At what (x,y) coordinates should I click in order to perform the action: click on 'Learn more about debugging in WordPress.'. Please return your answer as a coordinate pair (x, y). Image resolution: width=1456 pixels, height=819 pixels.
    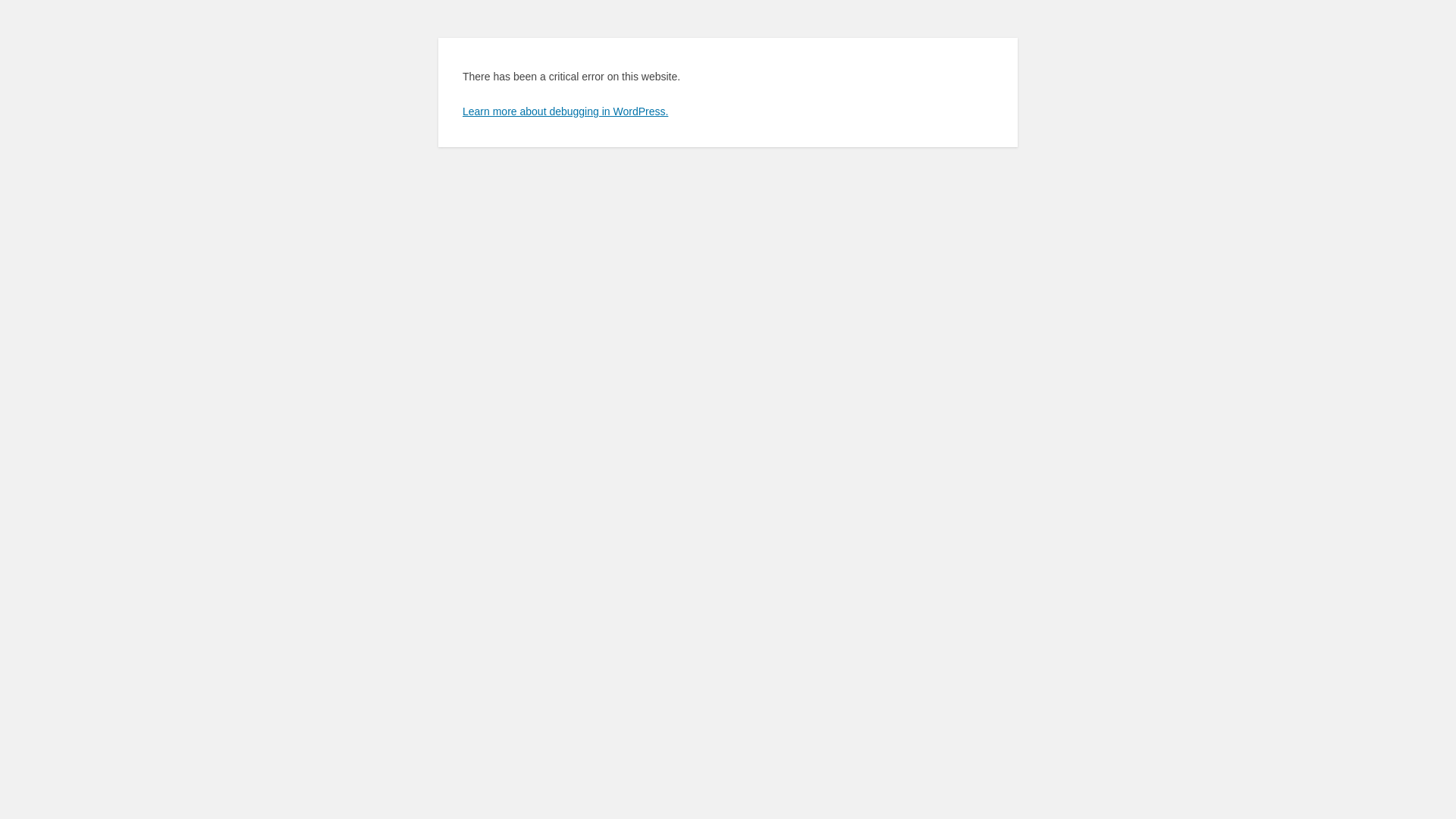
    Looking at the image, I should click on (564, 110).